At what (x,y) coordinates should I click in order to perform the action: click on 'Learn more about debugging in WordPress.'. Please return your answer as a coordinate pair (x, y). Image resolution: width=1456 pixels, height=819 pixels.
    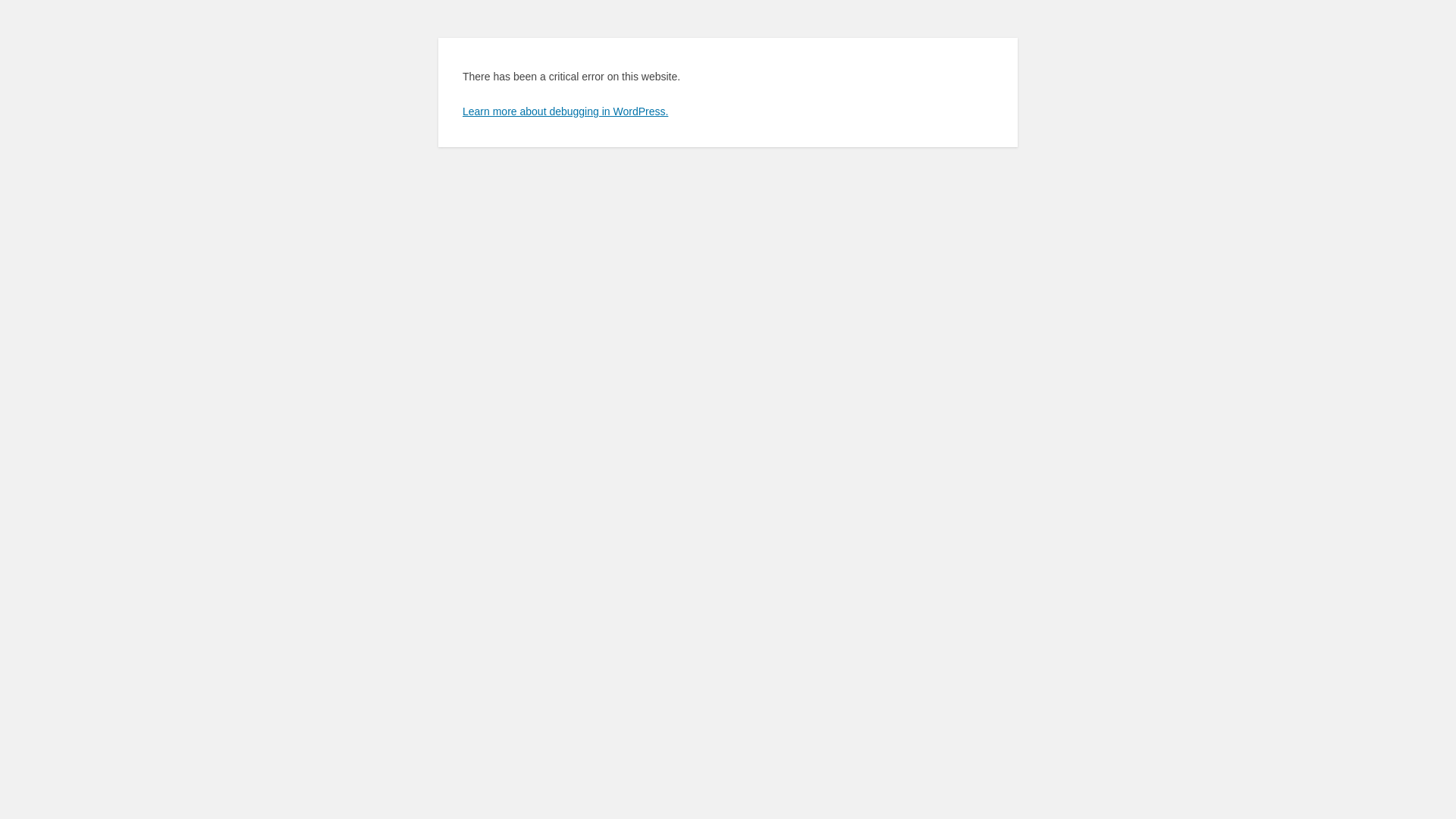
    Looking at the image, I should click on (564, 110).